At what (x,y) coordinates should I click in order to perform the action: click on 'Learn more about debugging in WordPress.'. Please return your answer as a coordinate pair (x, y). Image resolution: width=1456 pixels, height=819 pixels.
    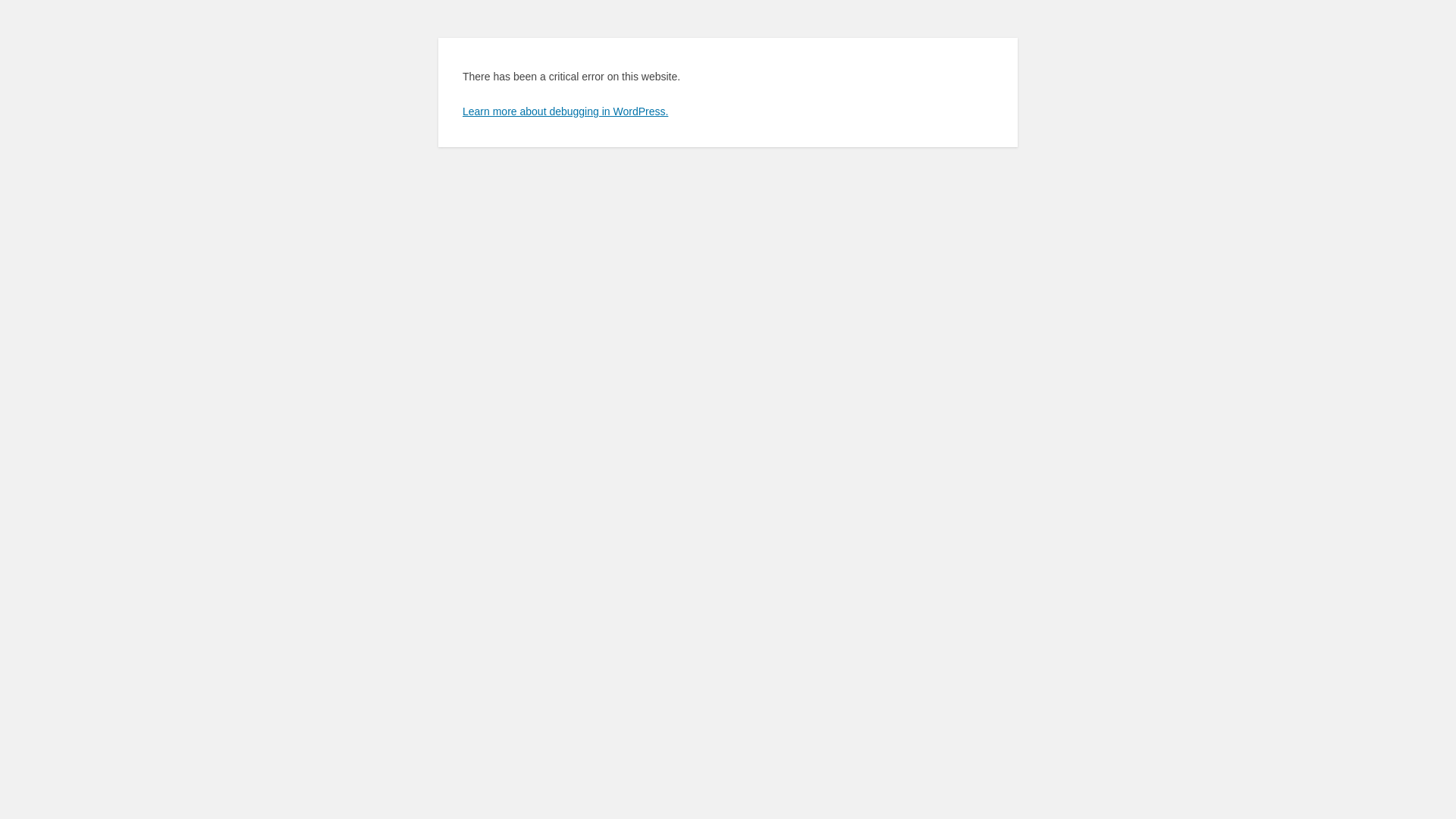
    Looking at the image, I should click on (564, 110).